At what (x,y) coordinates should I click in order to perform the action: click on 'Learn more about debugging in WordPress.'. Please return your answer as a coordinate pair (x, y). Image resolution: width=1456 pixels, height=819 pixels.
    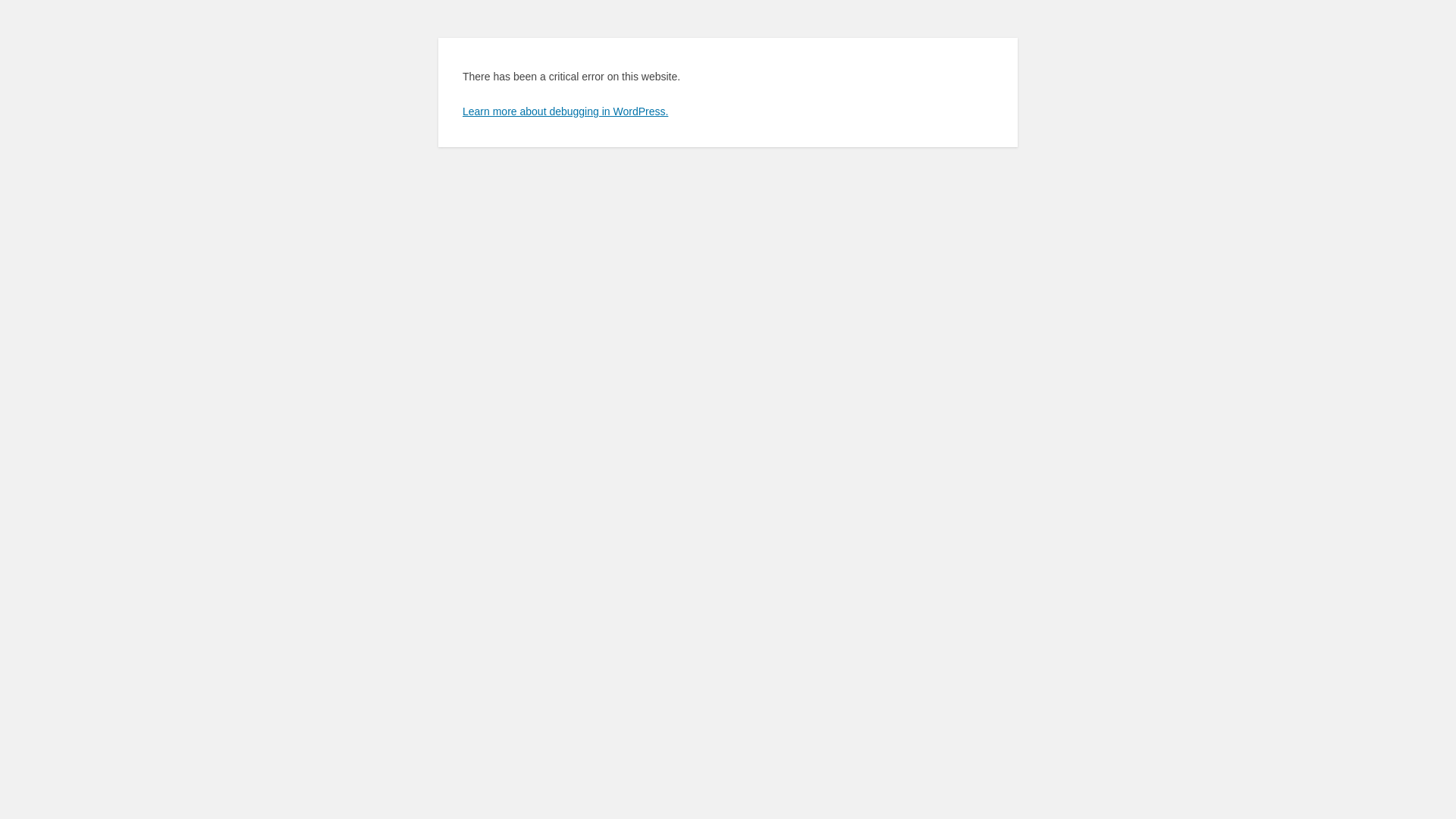
    Looking at the image, I should click on (564, 110).